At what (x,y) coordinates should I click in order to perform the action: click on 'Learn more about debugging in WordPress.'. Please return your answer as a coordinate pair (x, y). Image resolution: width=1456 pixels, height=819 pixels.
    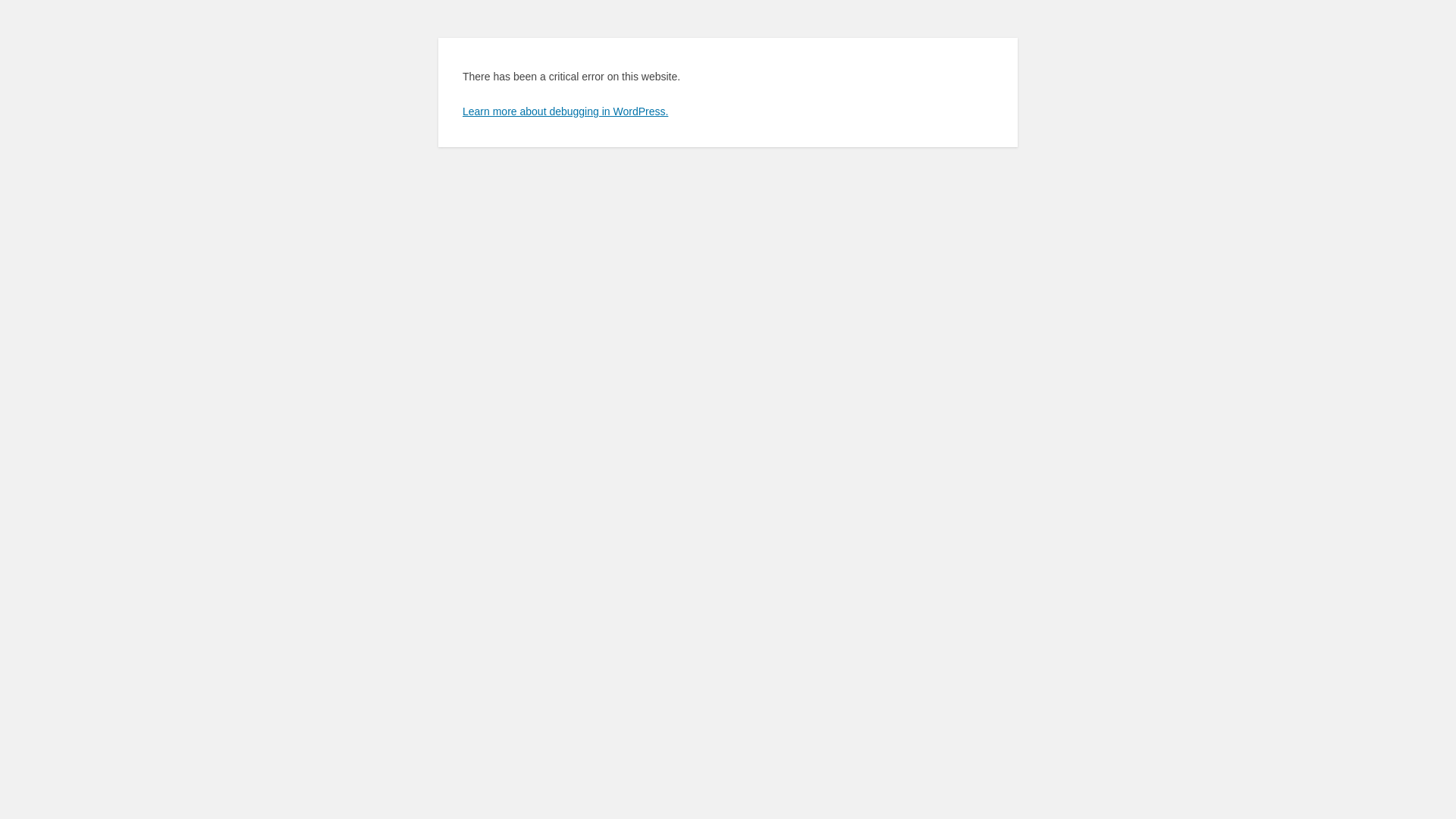
    Looking at the image, I should click on (564, 110).